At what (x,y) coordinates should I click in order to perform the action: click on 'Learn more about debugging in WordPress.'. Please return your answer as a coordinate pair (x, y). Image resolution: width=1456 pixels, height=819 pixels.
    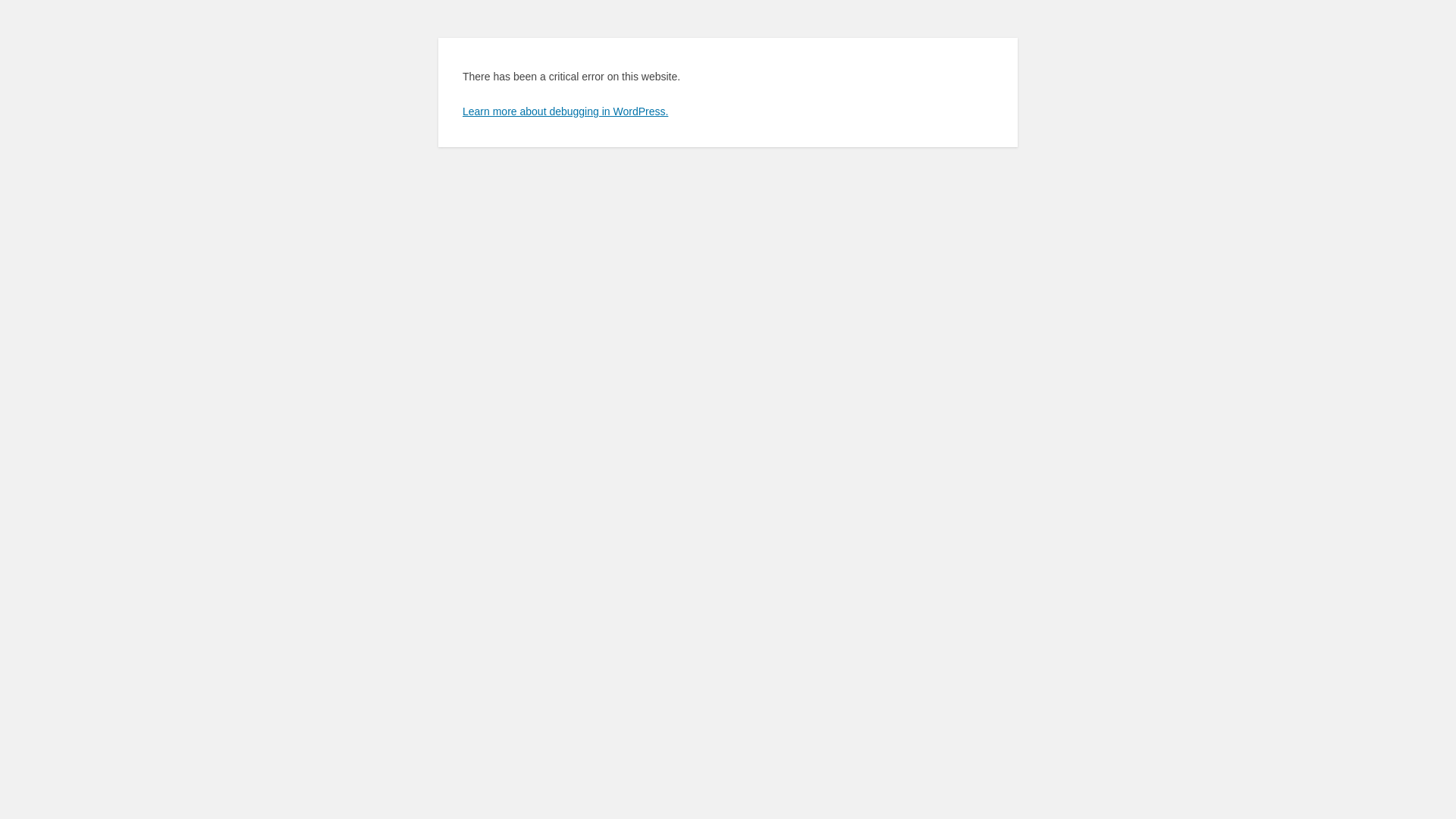
    Looking at the image, I should click on (564, 110).